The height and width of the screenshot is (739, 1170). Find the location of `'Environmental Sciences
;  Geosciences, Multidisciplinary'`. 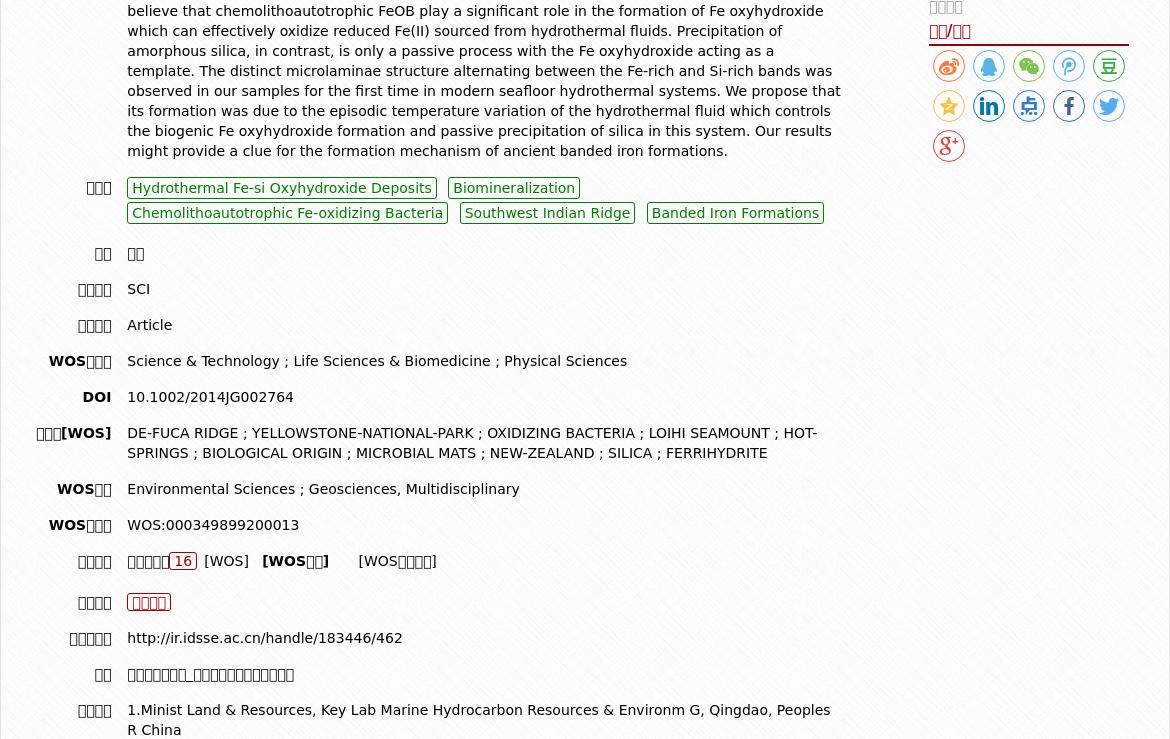

'Environmental Sciences
;  Geosciences, Multidisciplinary' is located at coordinates (322, 487).